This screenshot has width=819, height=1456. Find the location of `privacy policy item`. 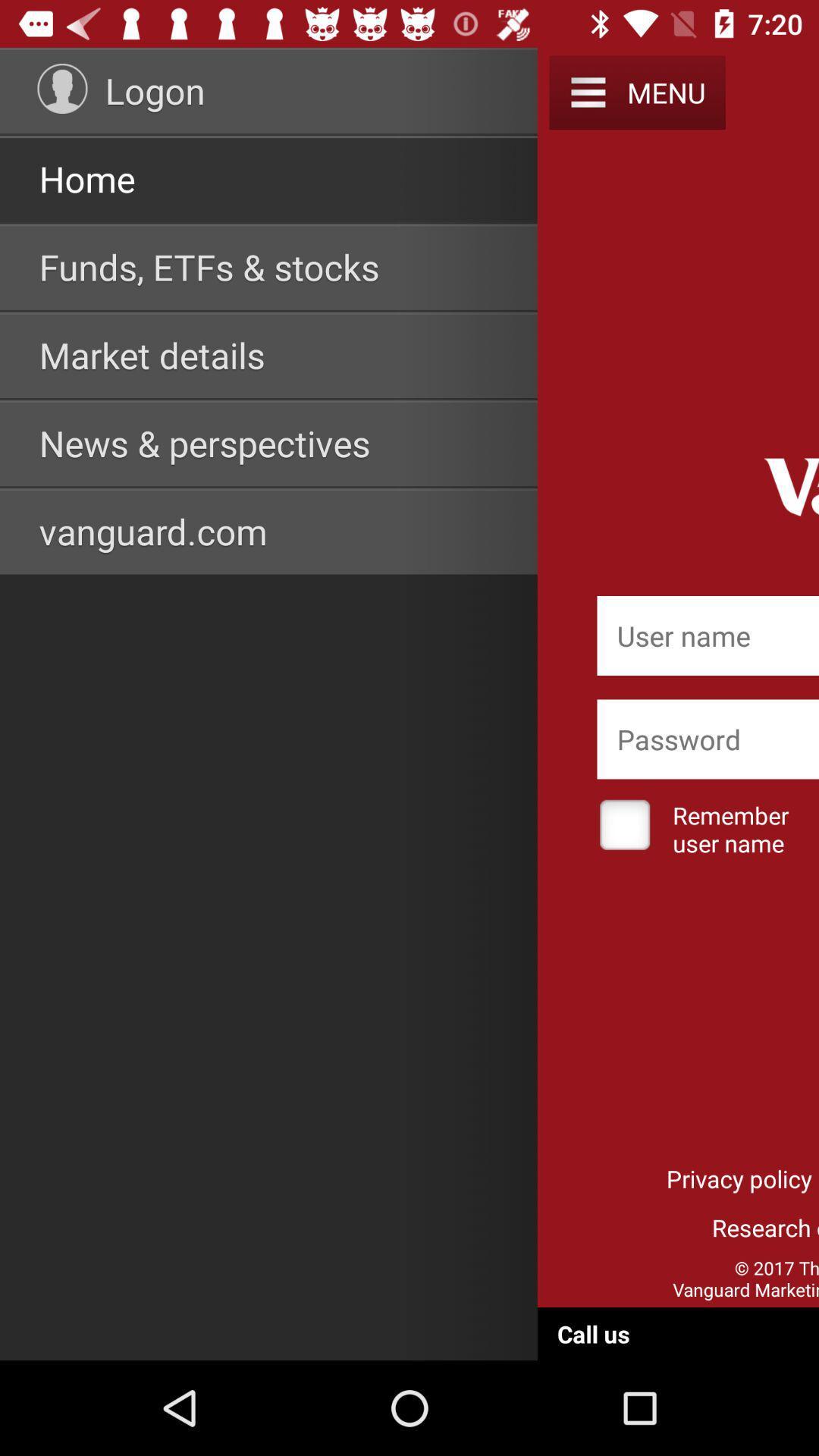

privacy policy item is located at coordinates (739, 1178).